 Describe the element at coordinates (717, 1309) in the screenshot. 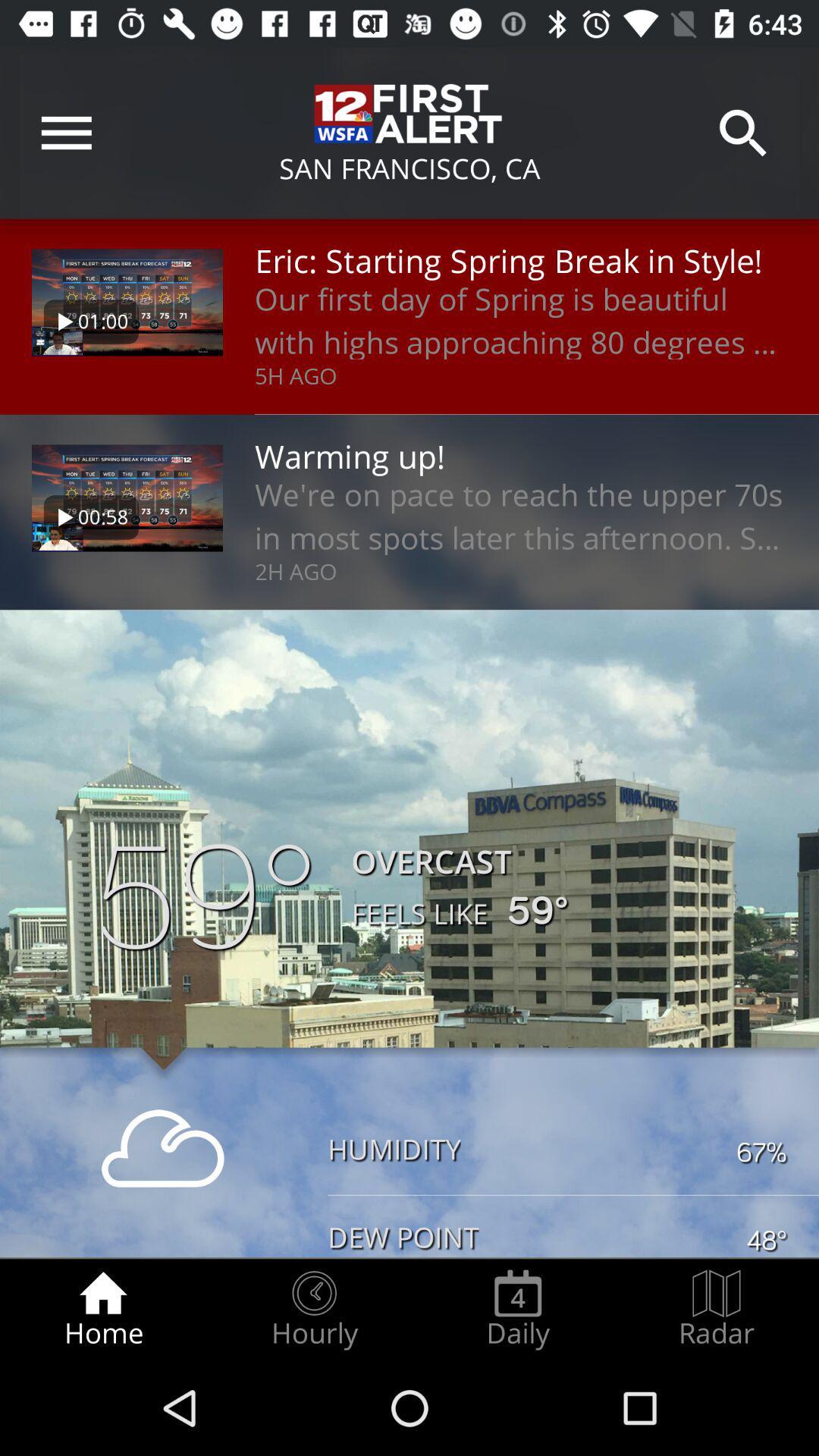

I see `the radar icon` at that location.